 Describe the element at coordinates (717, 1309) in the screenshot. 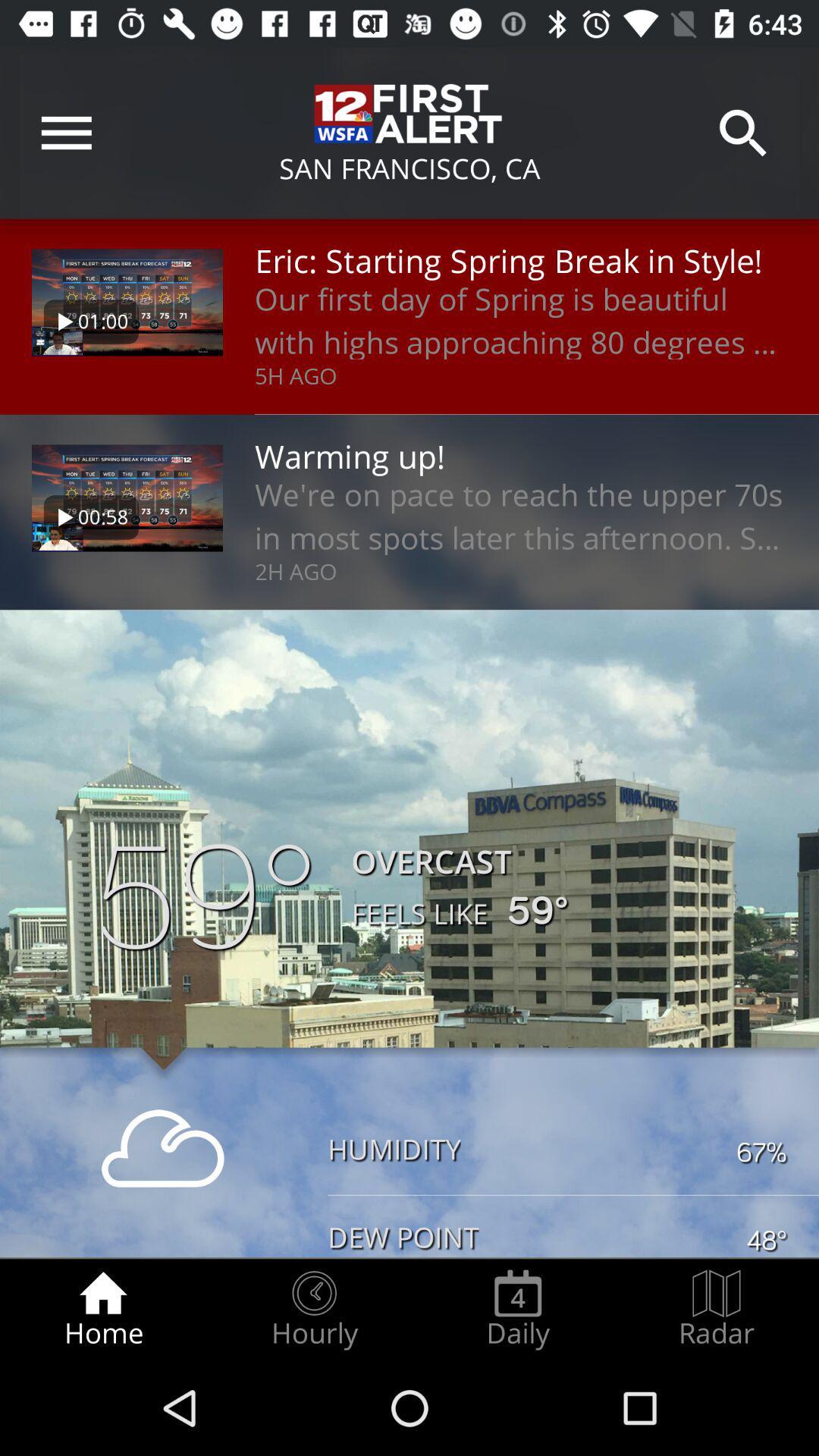

I see `the radar icon` at that location.